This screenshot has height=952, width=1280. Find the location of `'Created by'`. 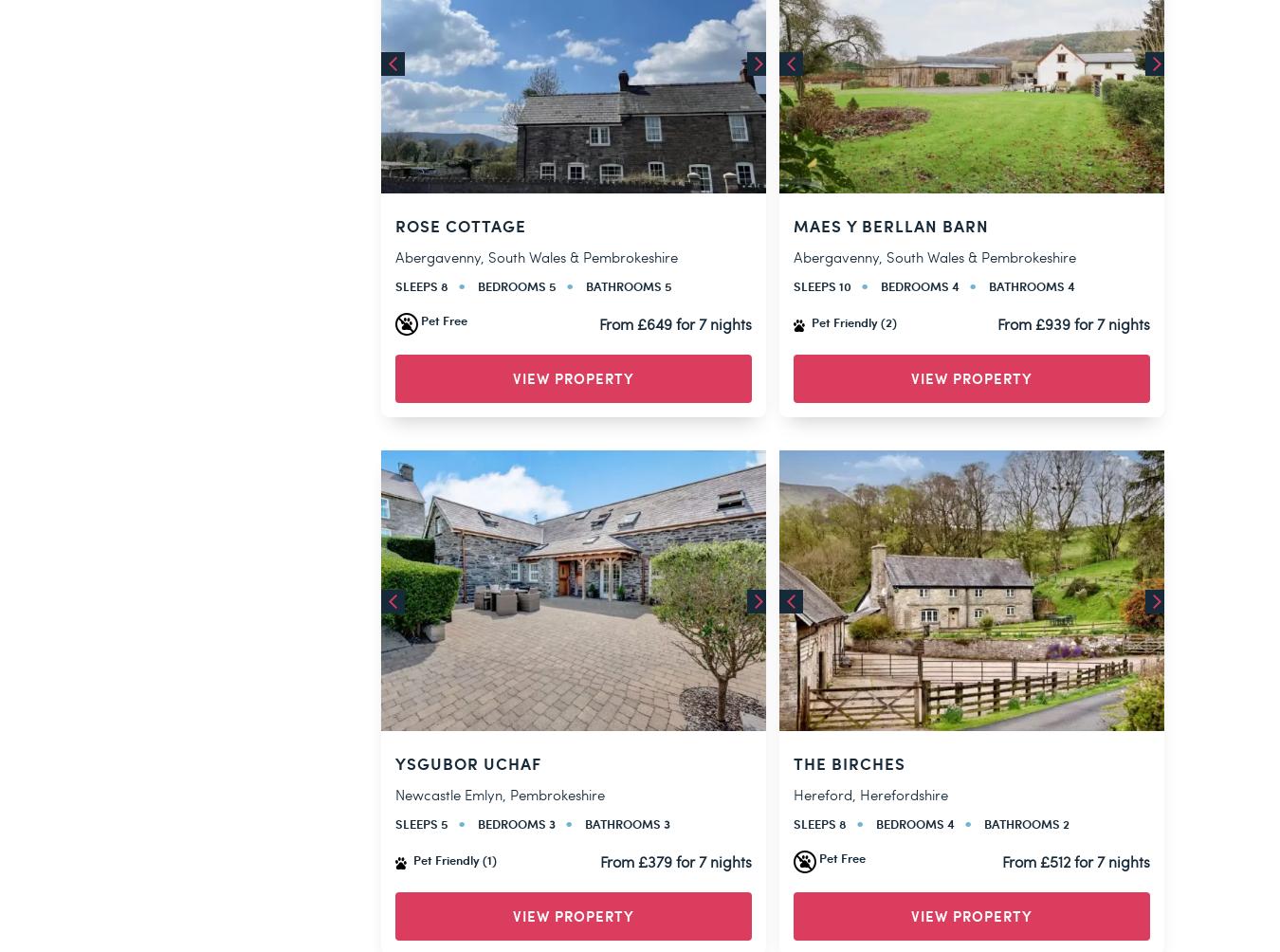

'Created by' is located at coordinates (506, 851).